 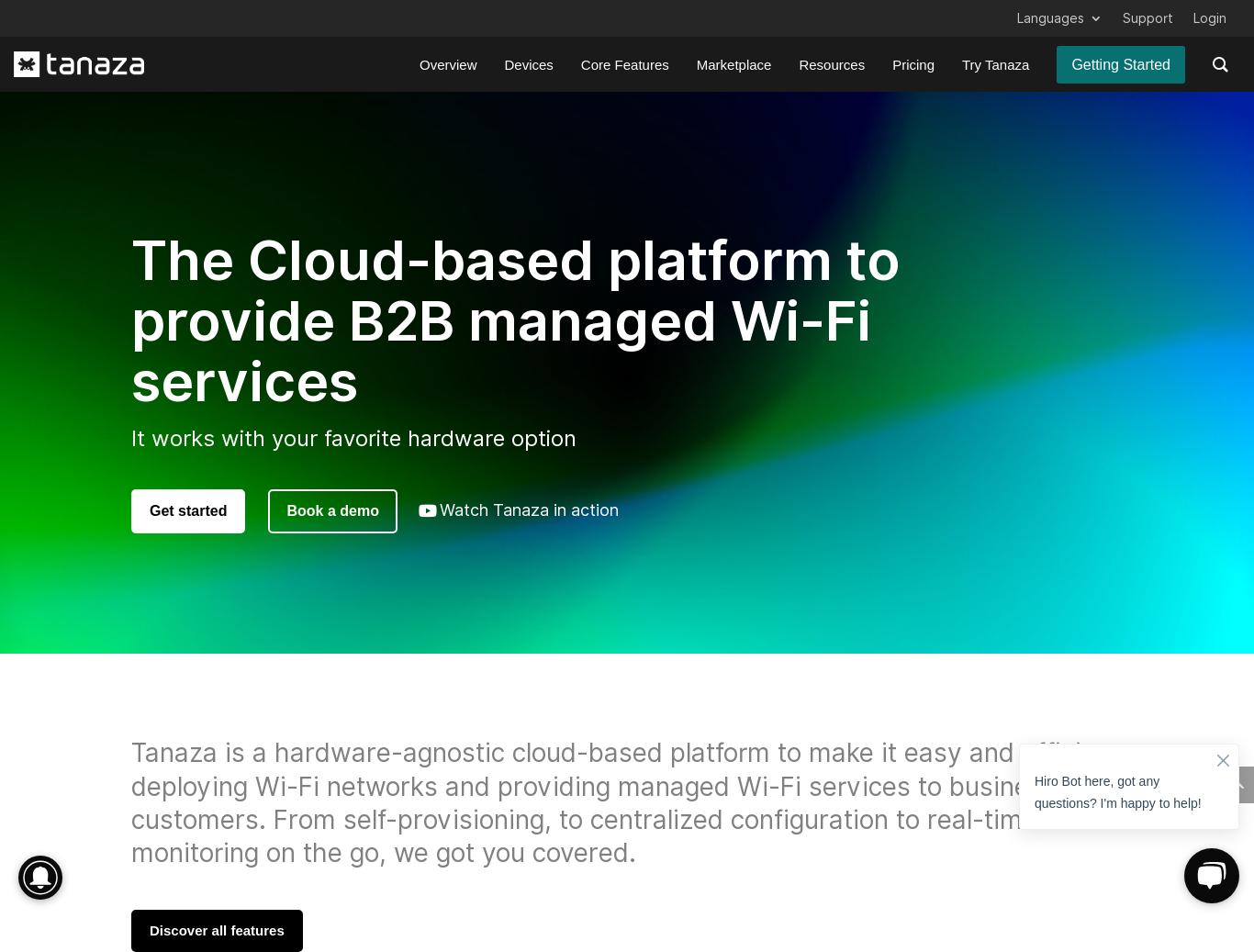 I want to click on 'Discover all features', so click(x=217, y=929).